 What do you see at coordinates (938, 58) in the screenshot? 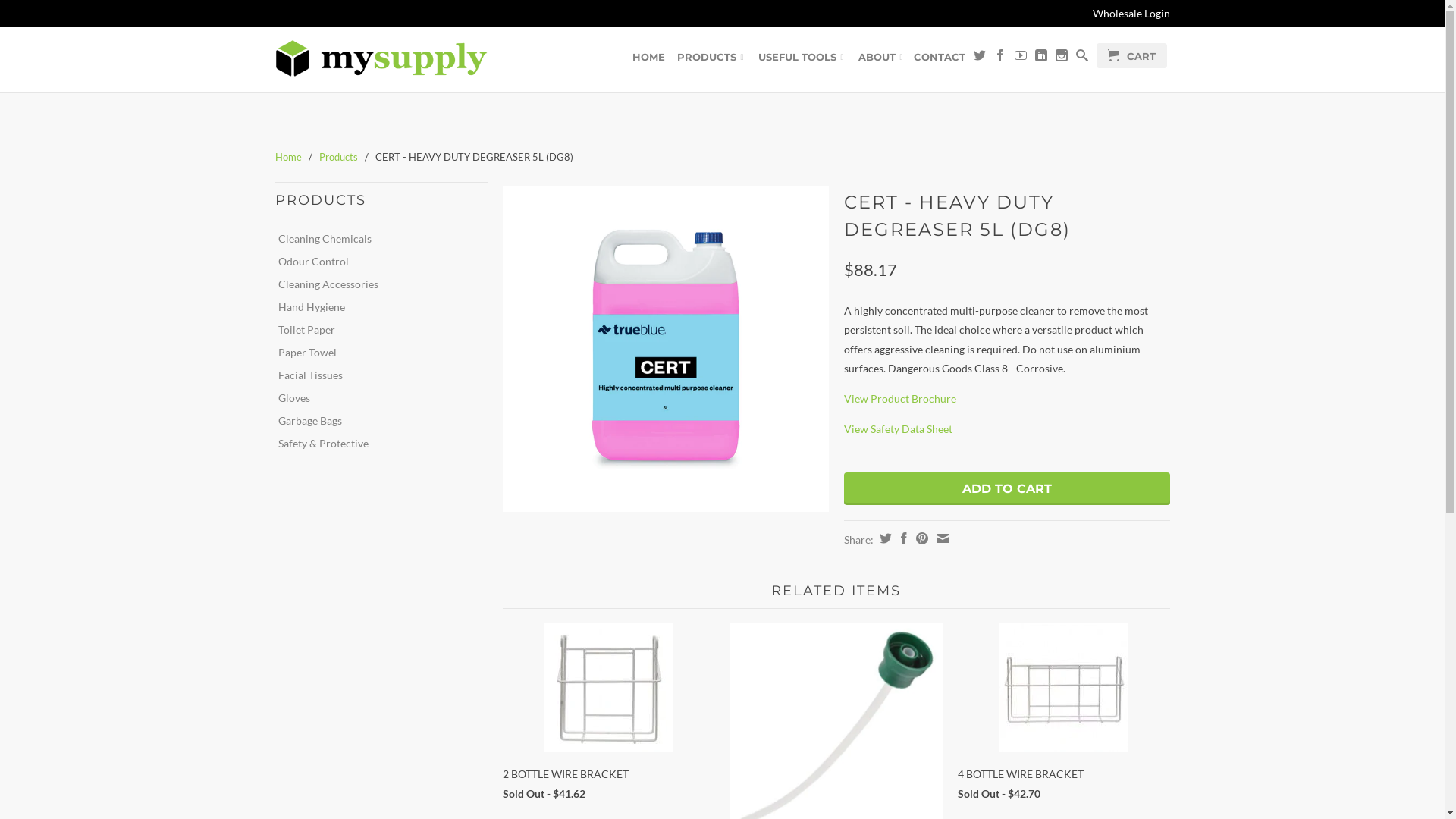
I see `'CONTACT'` at bounding box center [938, 58].